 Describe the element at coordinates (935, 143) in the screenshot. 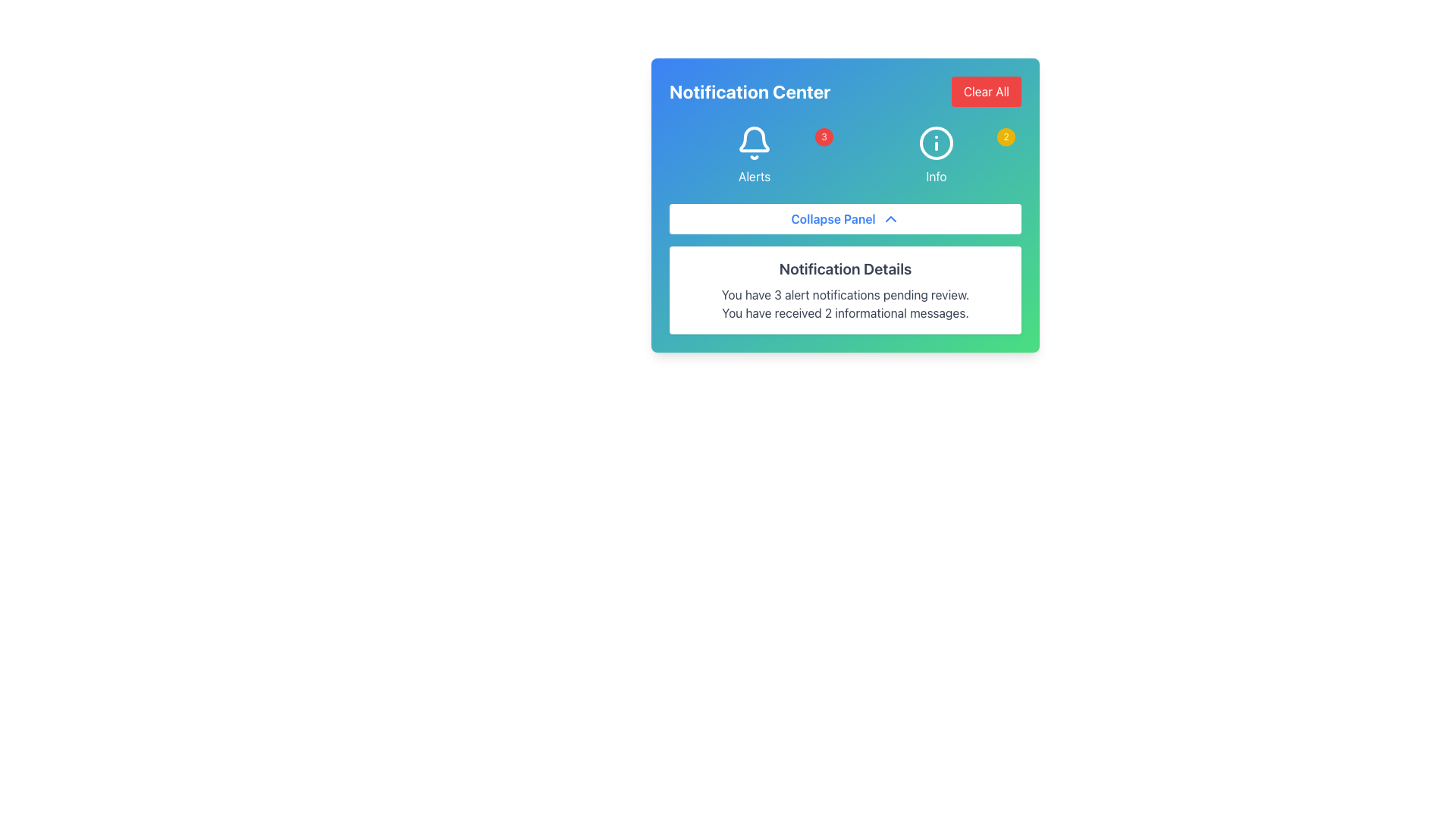

I see `decorative circle within the SVG element located in the 'Info' section of the notification panel for design details` at that location.